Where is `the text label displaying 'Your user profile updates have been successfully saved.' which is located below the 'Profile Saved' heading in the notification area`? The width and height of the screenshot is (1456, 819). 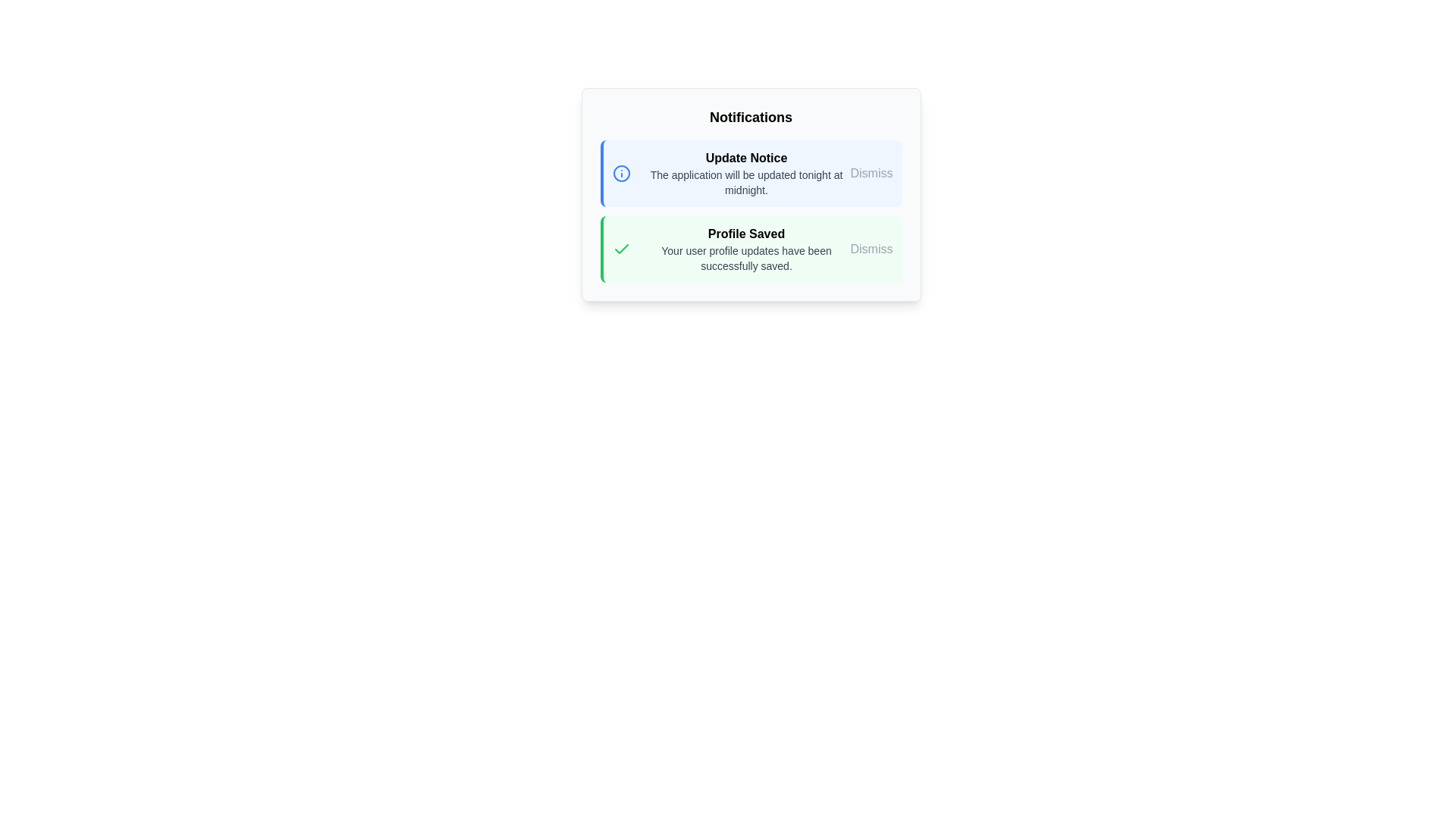 the text label displaying 'Your user profile updates have been successfully saved.' which is located below the 'Profile Saved' heading in the notification area is located at coordinates (746, 257).